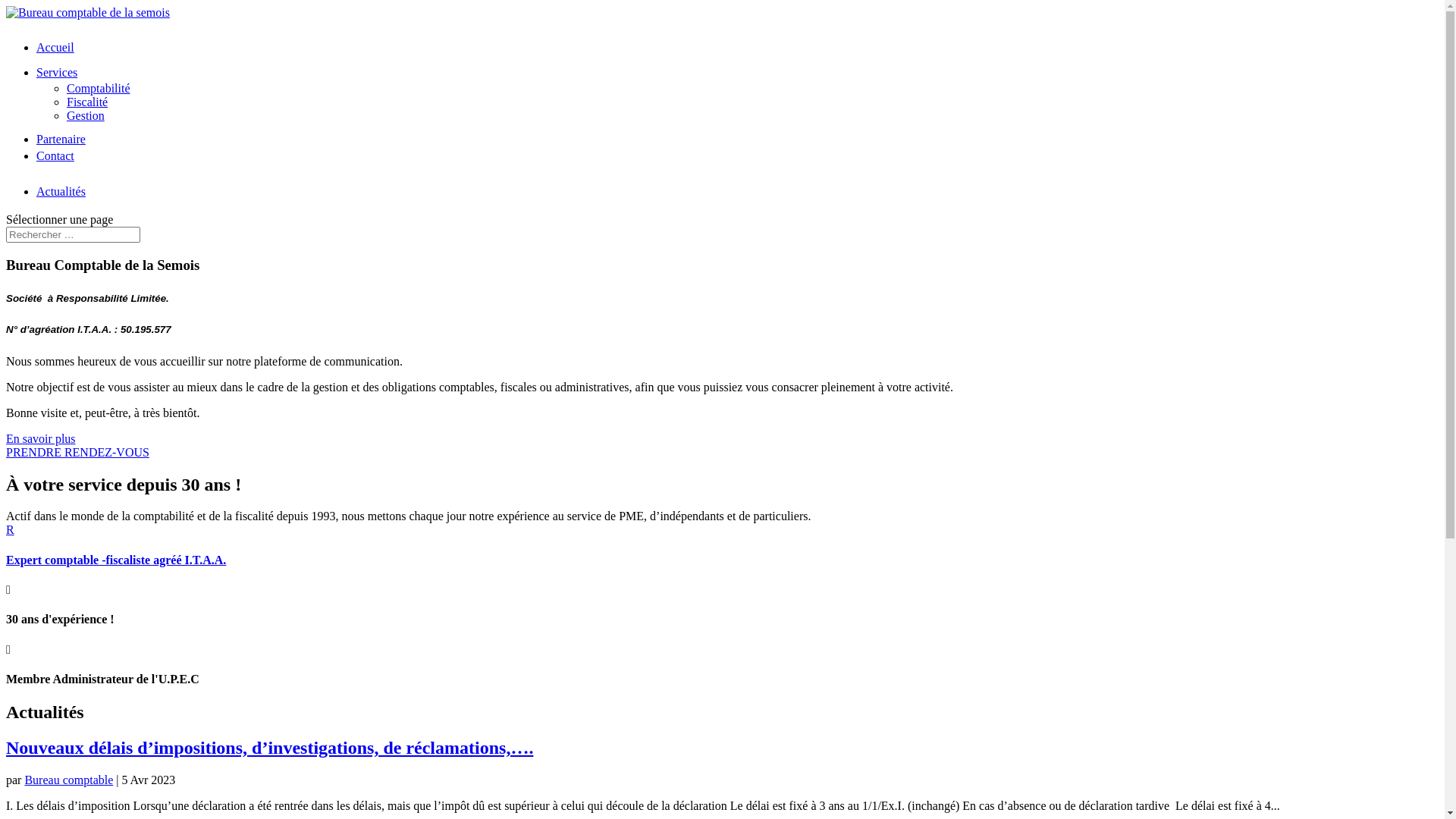 This screenshot has height=819, width=1456. I want to click on 'Accueil', so click(55, 46).